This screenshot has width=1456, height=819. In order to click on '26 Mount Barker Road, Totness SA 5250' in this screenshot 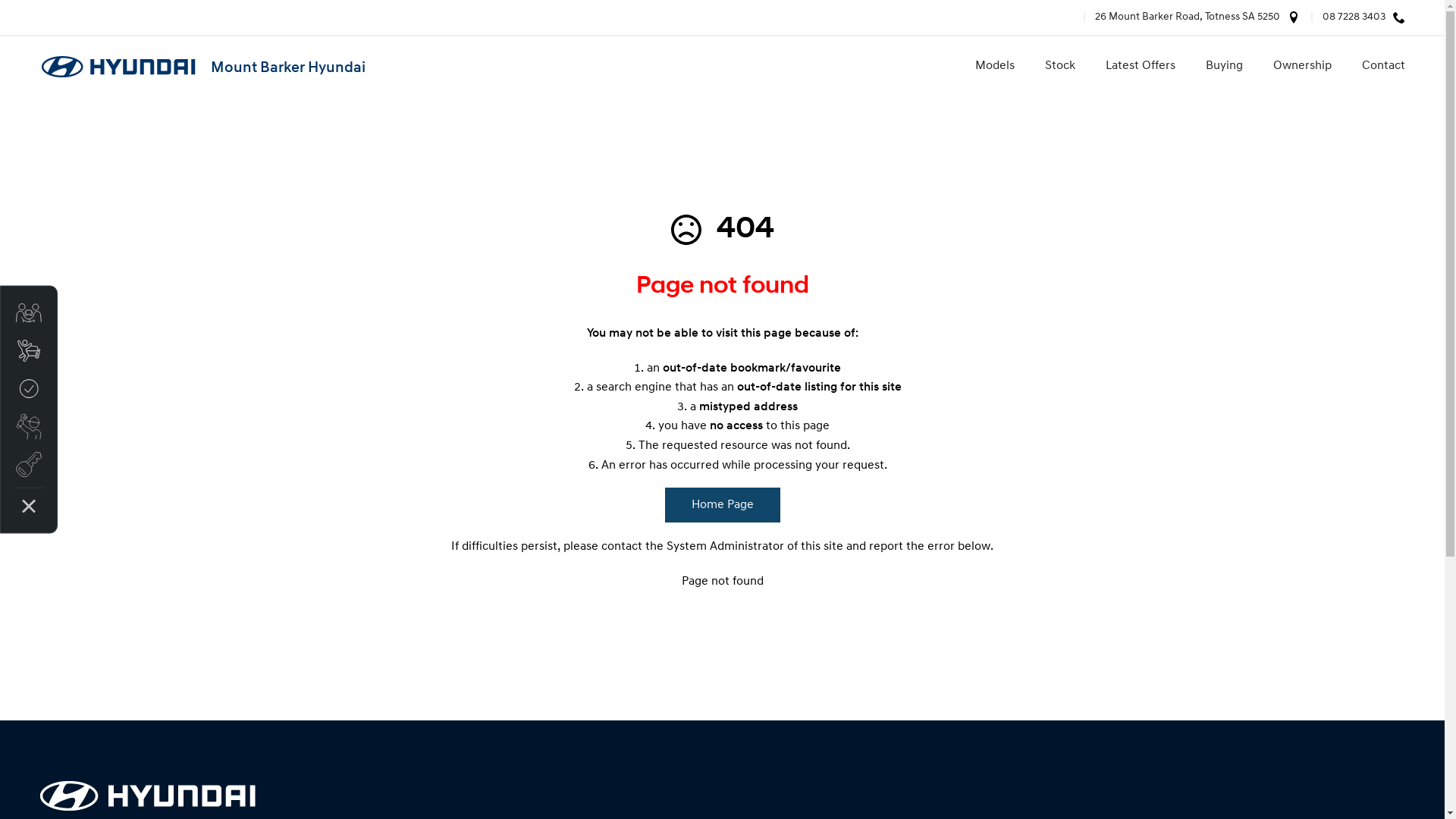, I will do `click(1180, 17)`.